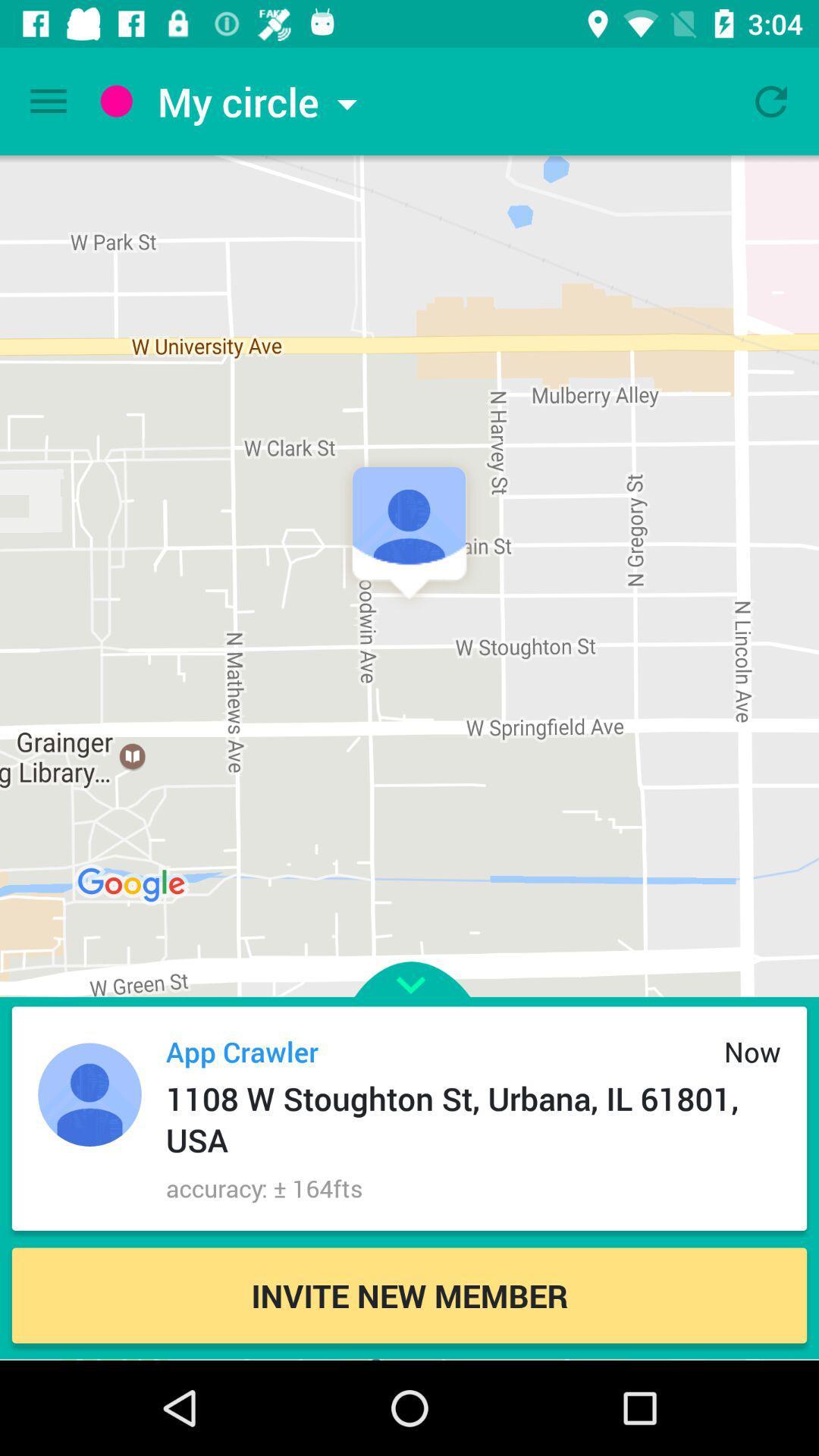 The width and height of the screenshot is (819, 1456). What do you see at coordinates (409, 956) in the screenshot?
I see `make the screen larger` at bounding box center [409, 956].